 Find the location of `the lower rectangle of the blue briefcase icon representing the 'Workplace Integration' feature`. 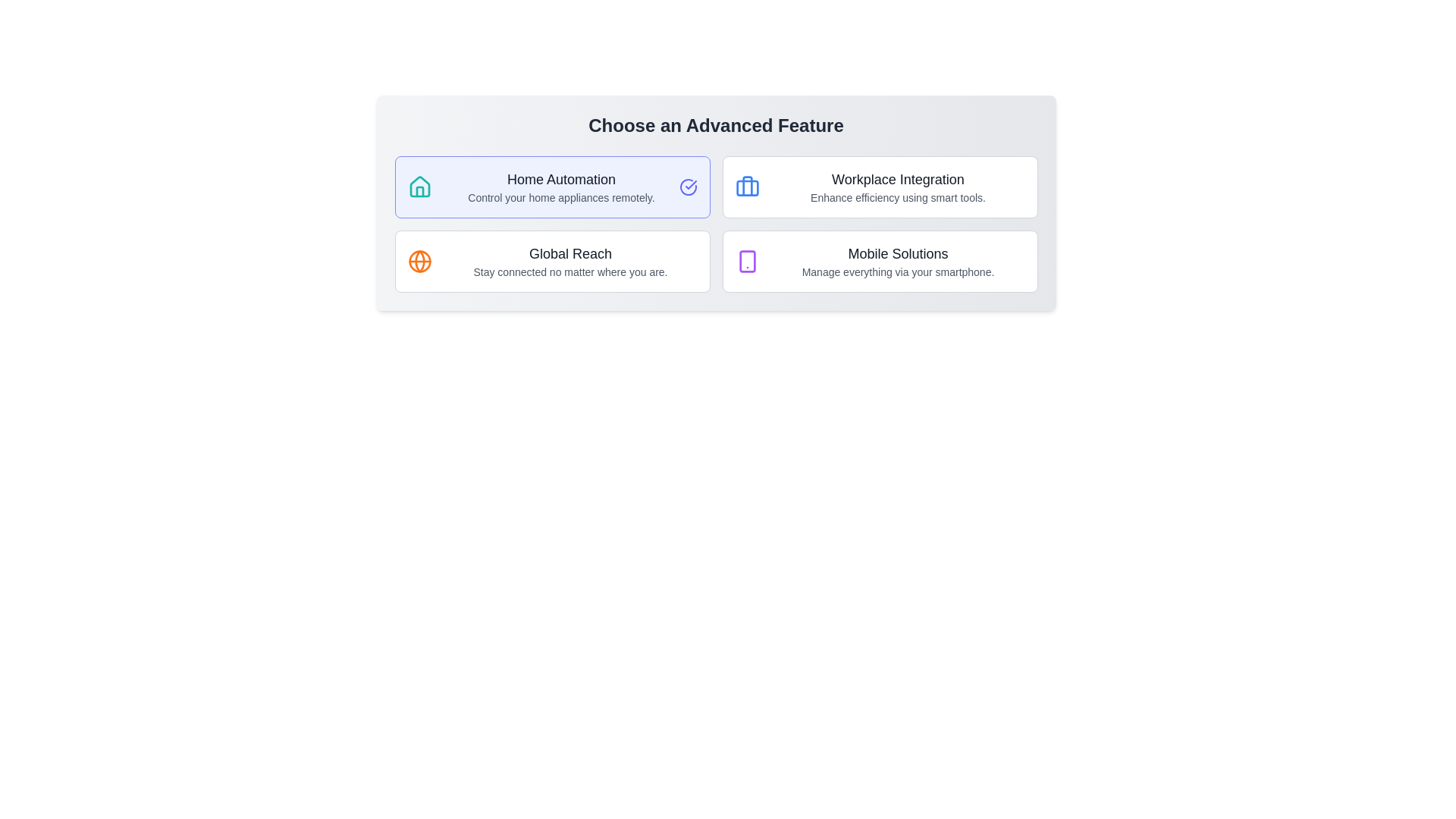

the lower rectangle of the blue briefcase icon representing the 'Workplace Integration' feature is located at coordinates (747, 187).